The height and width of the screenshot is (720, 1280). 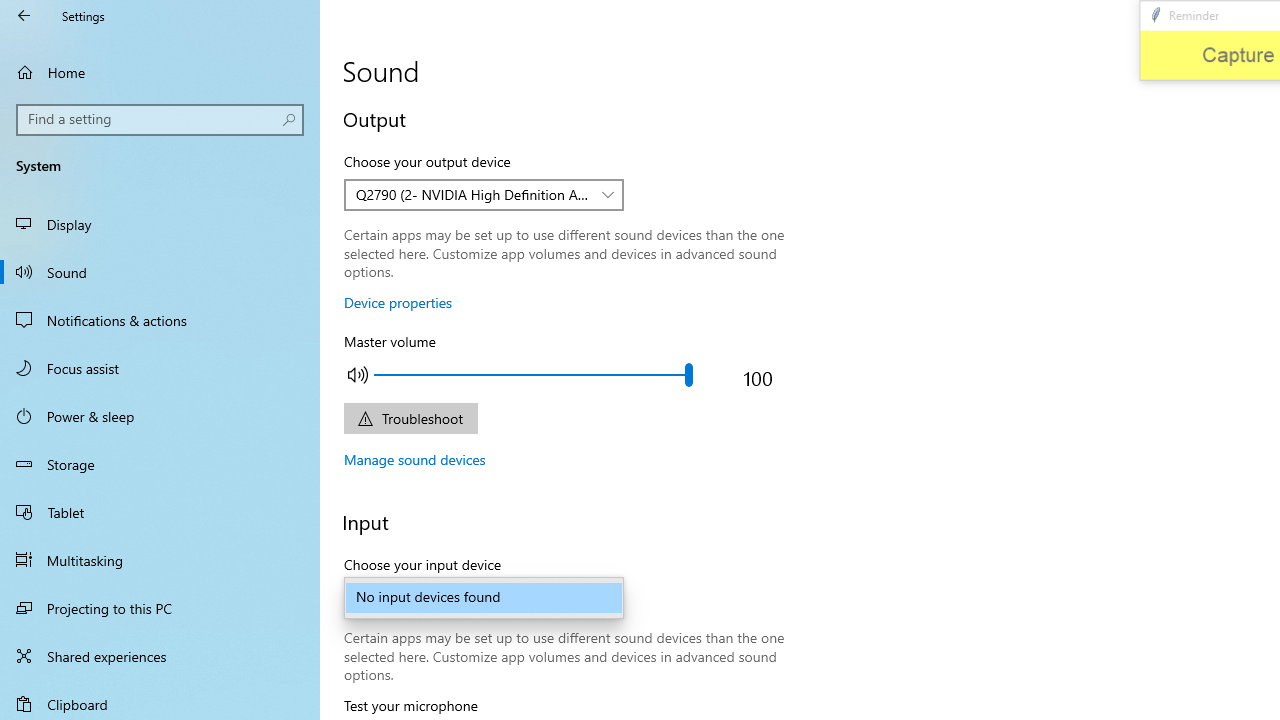 What do you see at coordinates (160, 607) in the screenshot?
I see `'Projecting to this PC'` at bounding box center [160, 607].